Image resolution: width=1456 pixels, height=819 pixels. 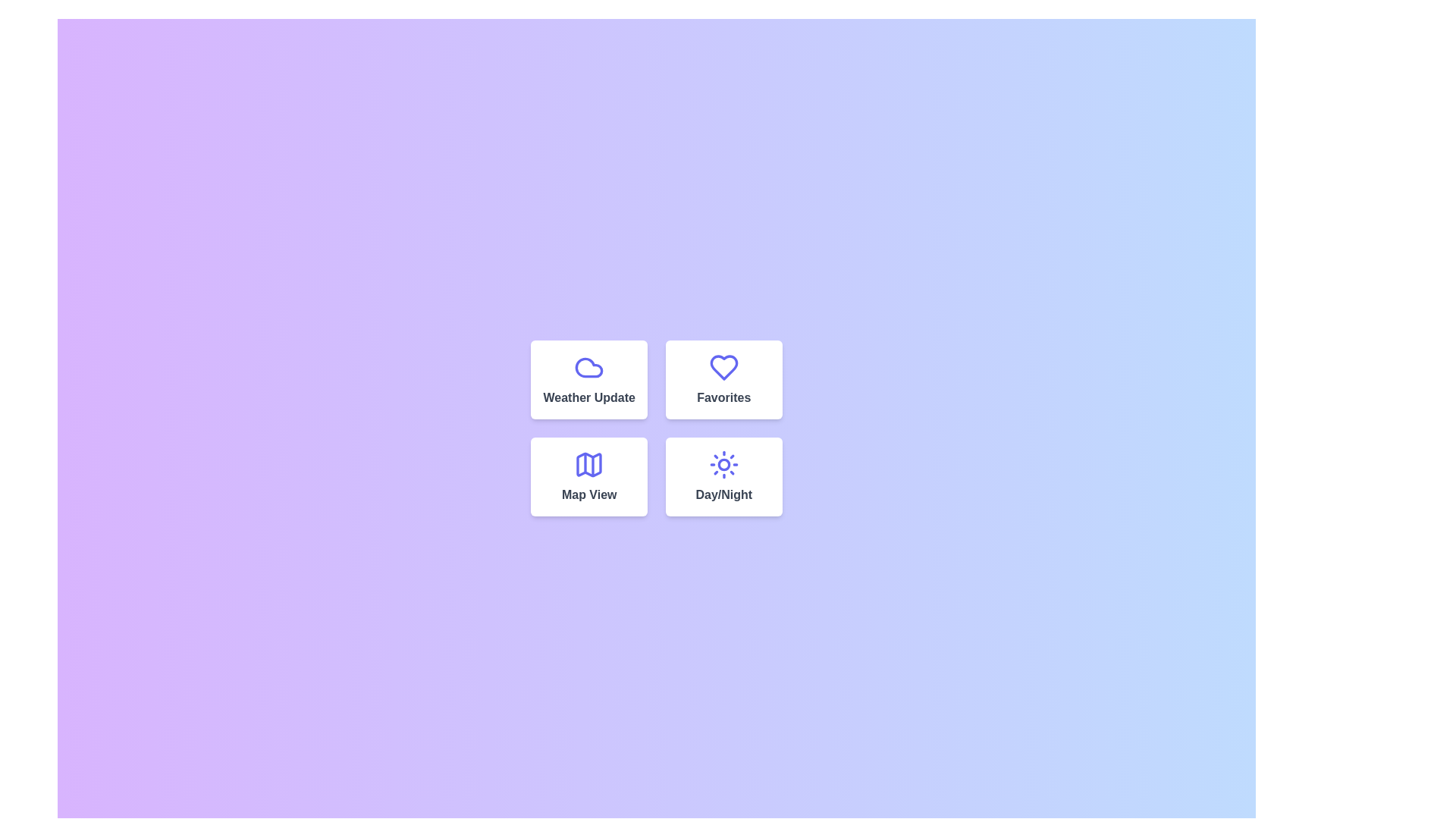 I want to click on the Interactive card titled 'Weather Update', which features a cloud icon at the top center and is styled with a white background and rounded corners, so click(x=588, y=379).